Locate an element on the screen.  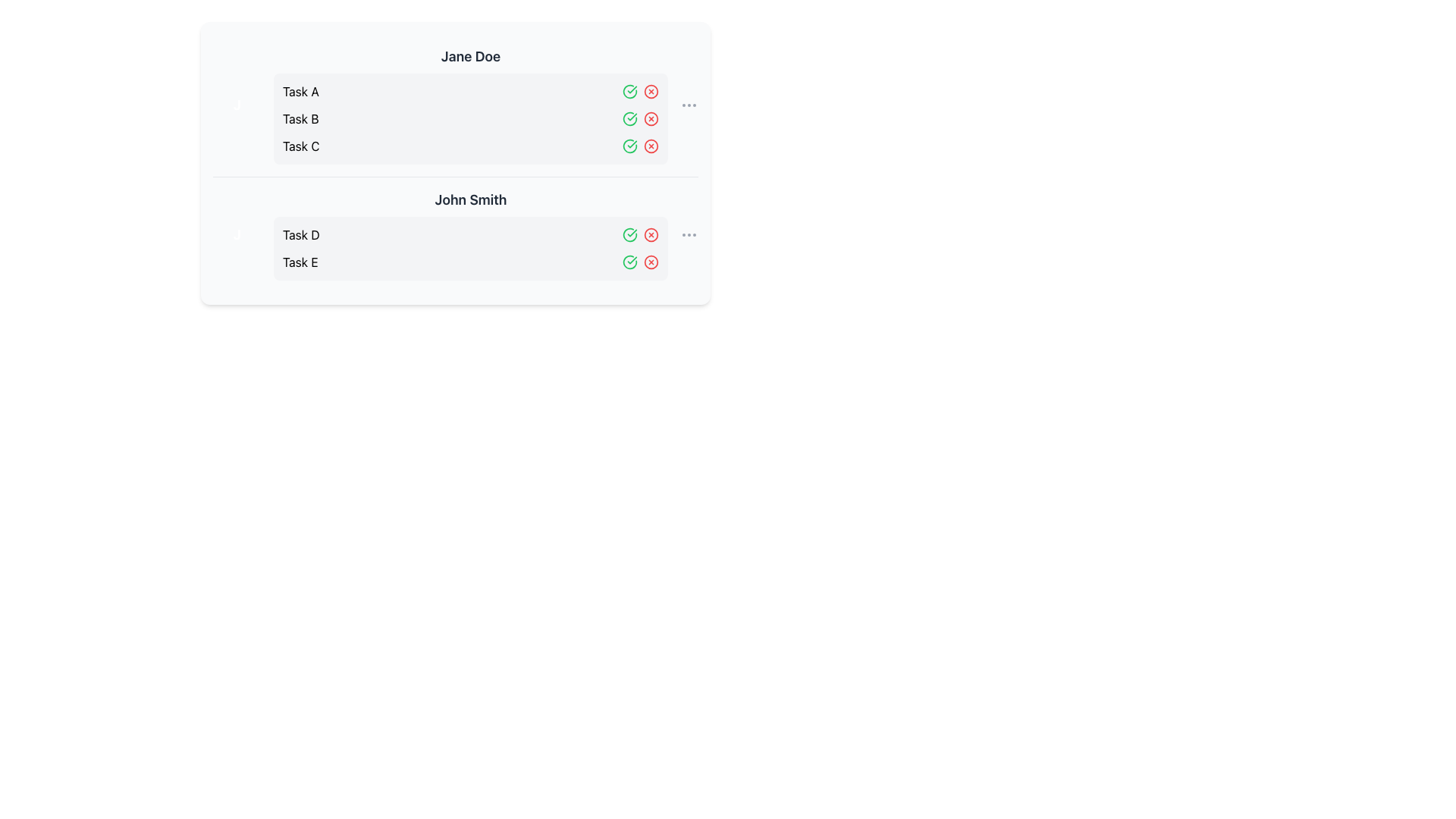
the Button Group containing a green checkmark and a red cross located in the right section of the 'Task C' row is located at coordinates (640, 146).